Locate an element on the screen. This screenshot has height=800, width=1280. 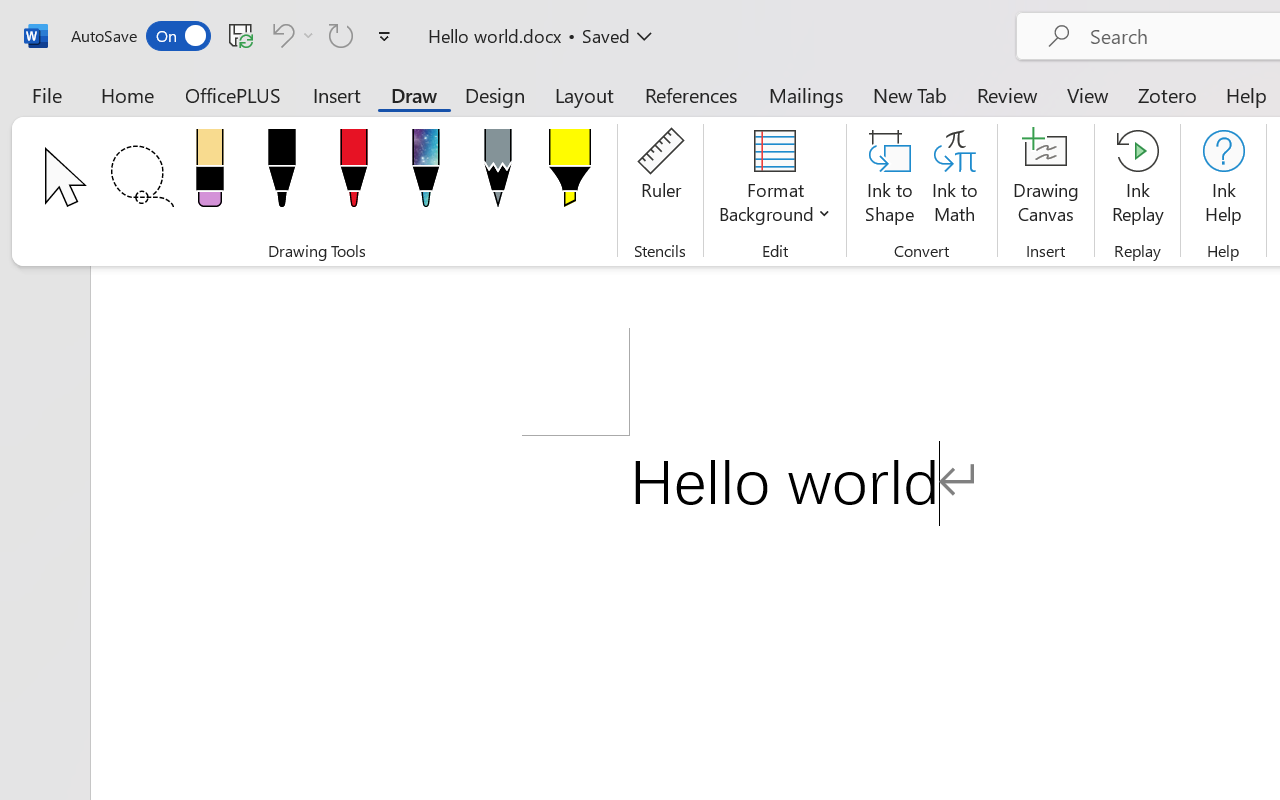
'Customize Quick Access Toolbar' is located at coordinates (384, 35).